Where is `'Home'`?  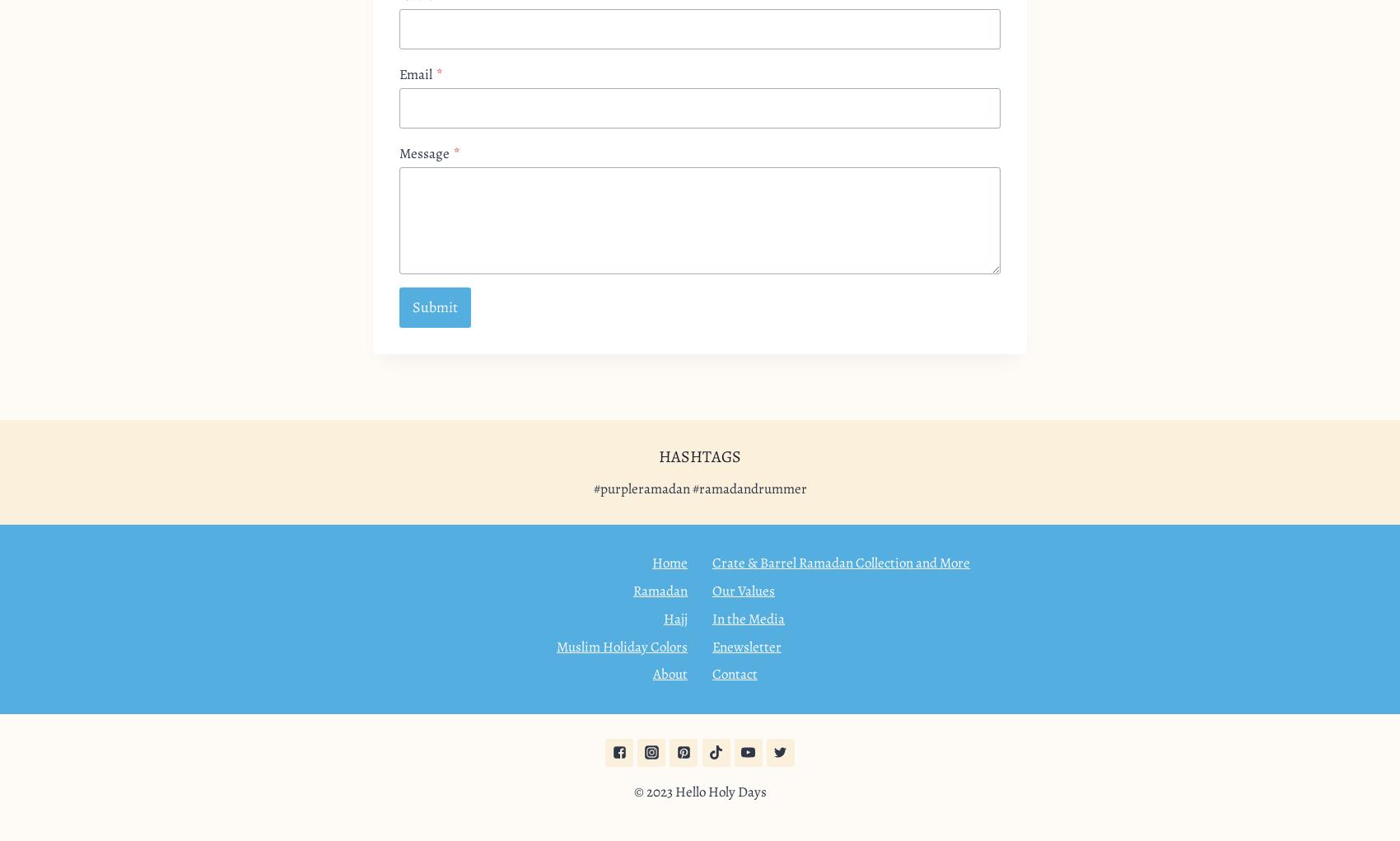
'Home' is located at coordinates (669, 562).